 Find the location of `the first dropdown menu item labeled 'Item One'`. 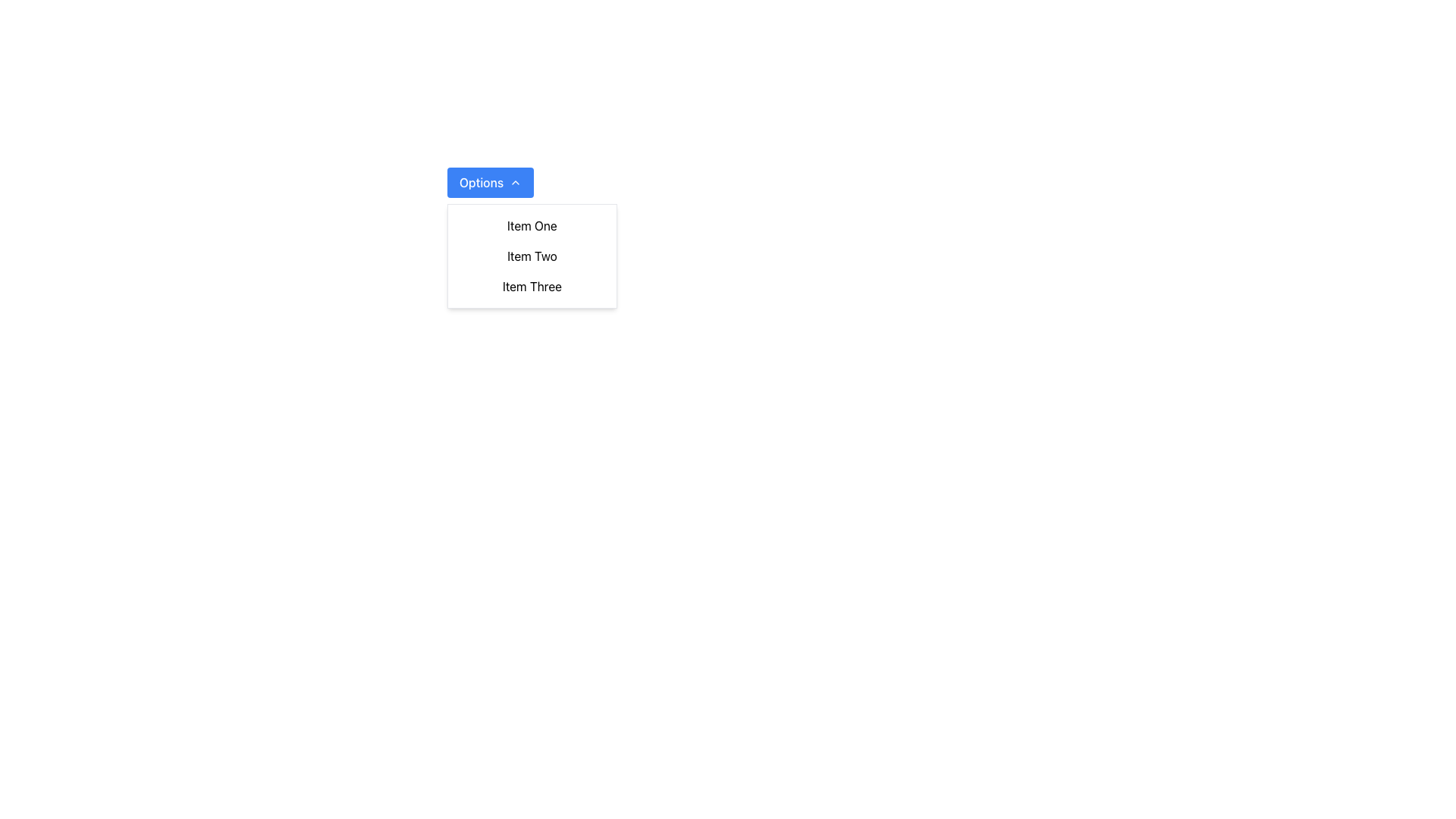

the first dropdown menu item labeled 'Item One' is located at coordinates (532, 225).